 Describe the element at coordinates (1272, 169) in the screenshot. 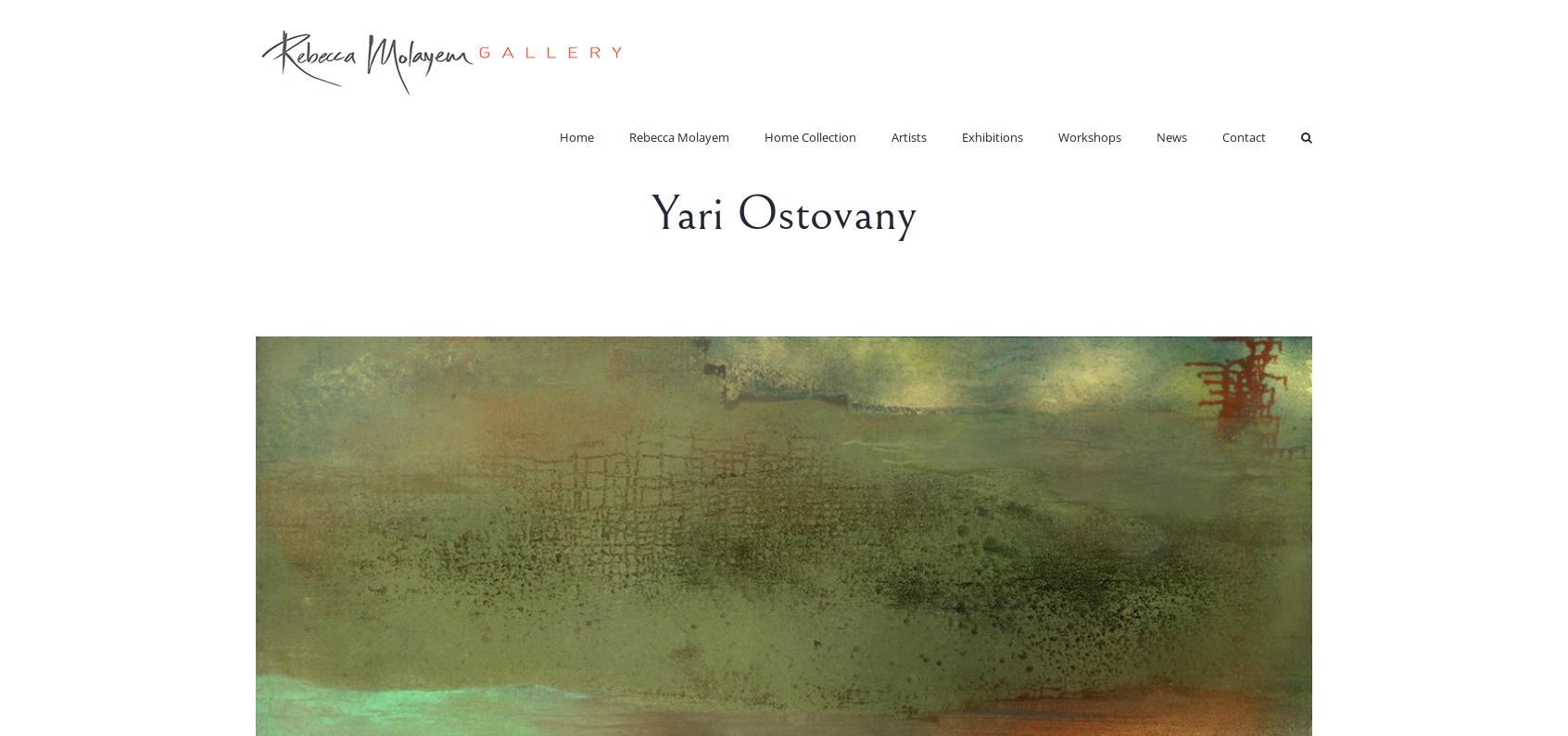

I see `'Gallery Info'` at that location.